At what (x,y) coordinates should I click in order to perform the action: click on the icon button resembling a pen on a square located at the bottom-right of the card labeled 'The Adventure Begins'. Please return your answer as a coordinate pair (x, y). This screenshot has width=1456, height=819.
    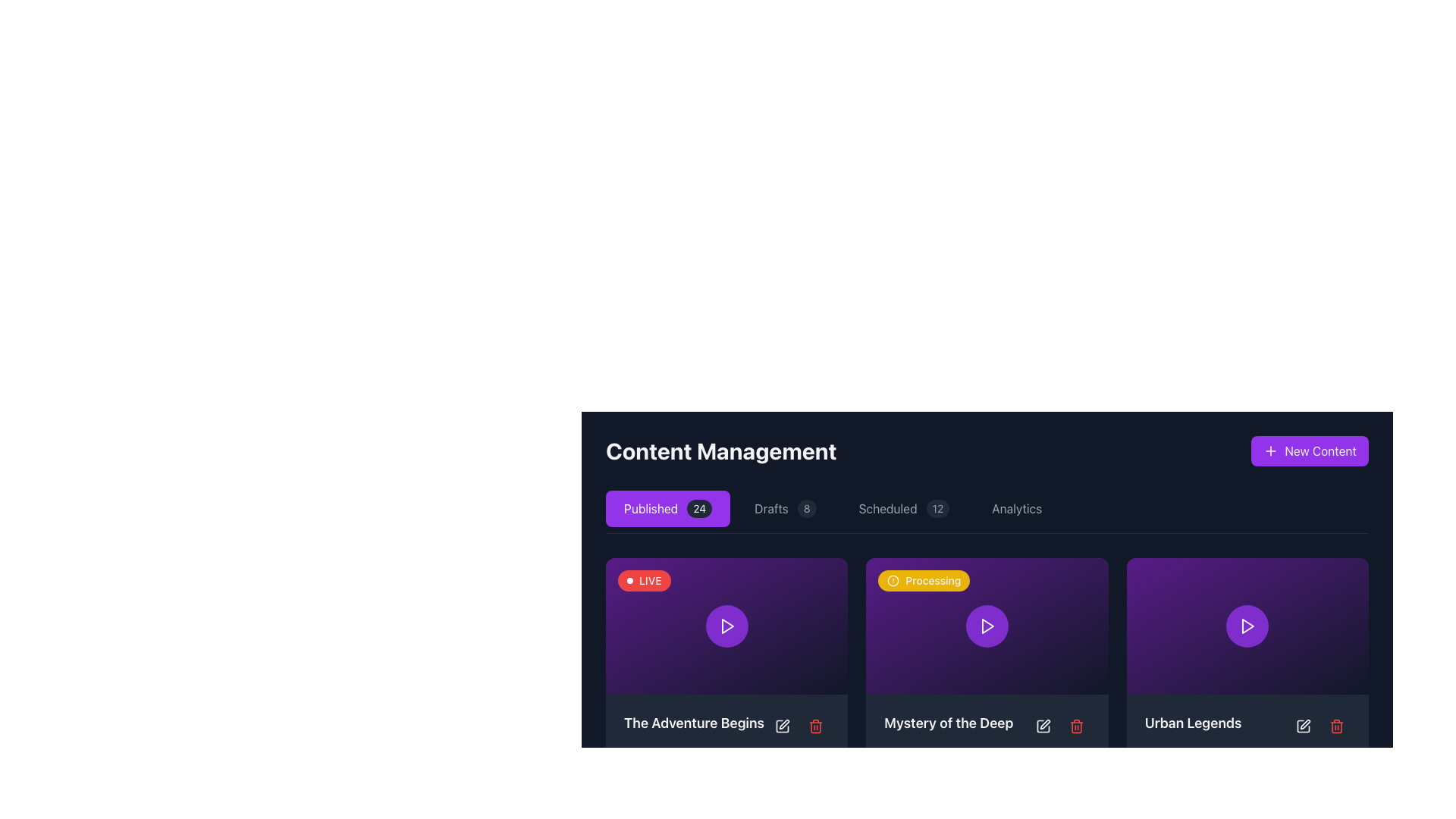
    Looking at the image, I should click on (783, 725).